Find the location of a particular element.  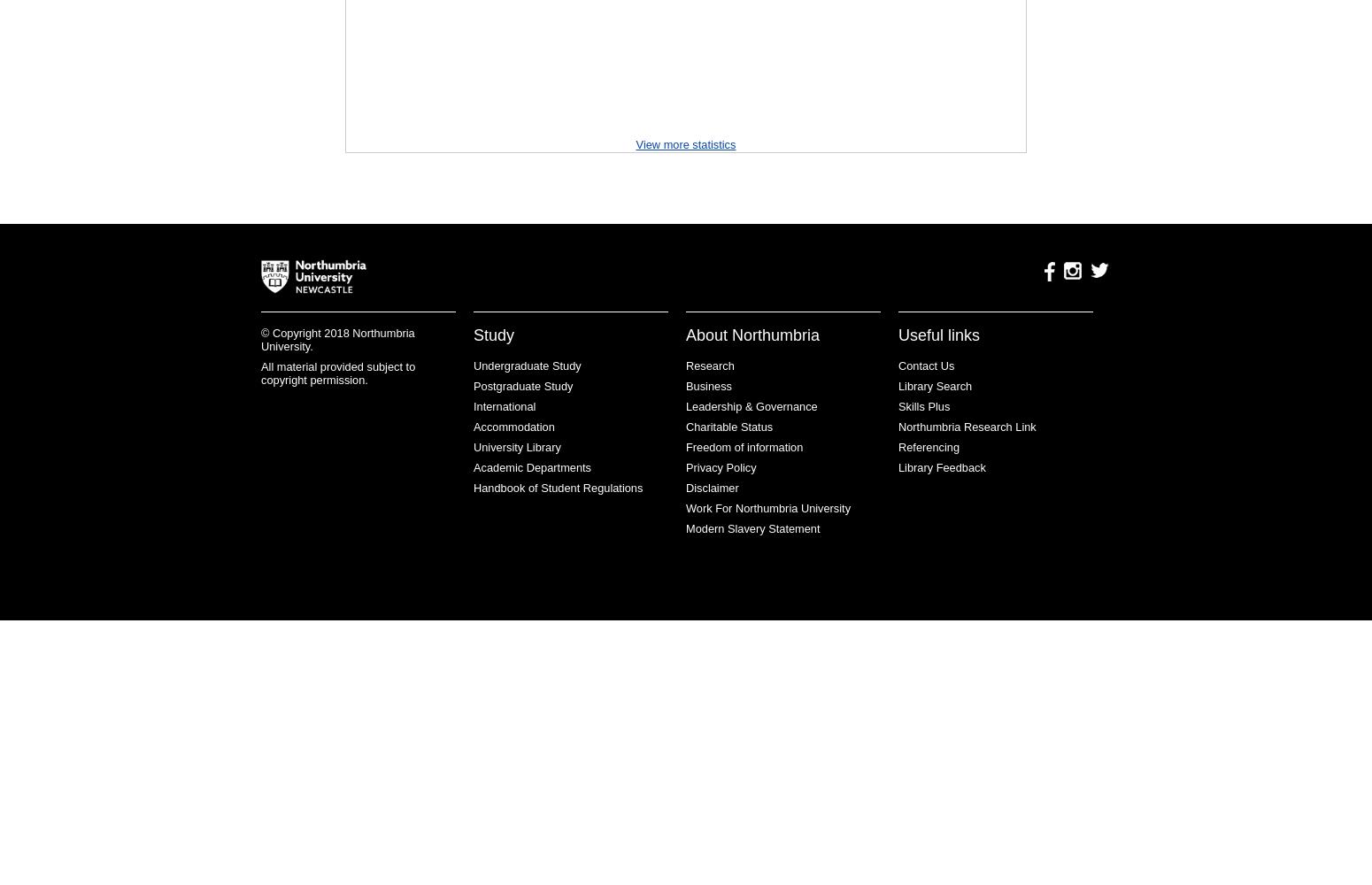

'Handbook of Student Regulations' is located at coordinates (557, 488).